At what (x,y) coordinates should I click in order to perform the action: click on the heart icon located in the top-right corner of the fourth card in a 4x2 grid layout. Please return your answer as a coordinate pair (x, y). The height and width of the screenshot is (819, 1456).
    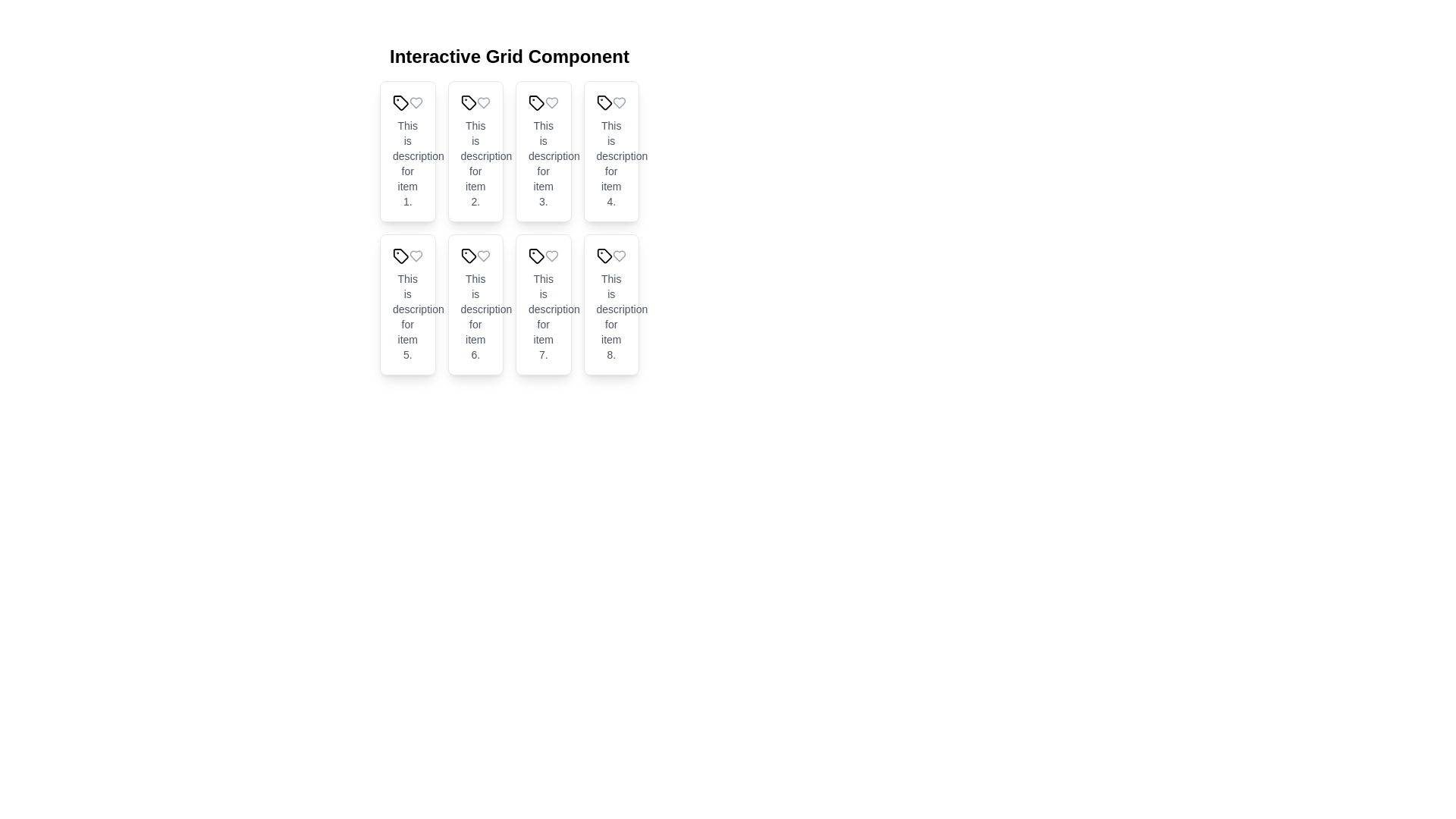
    Looking at the image, I should click on (619, 102).